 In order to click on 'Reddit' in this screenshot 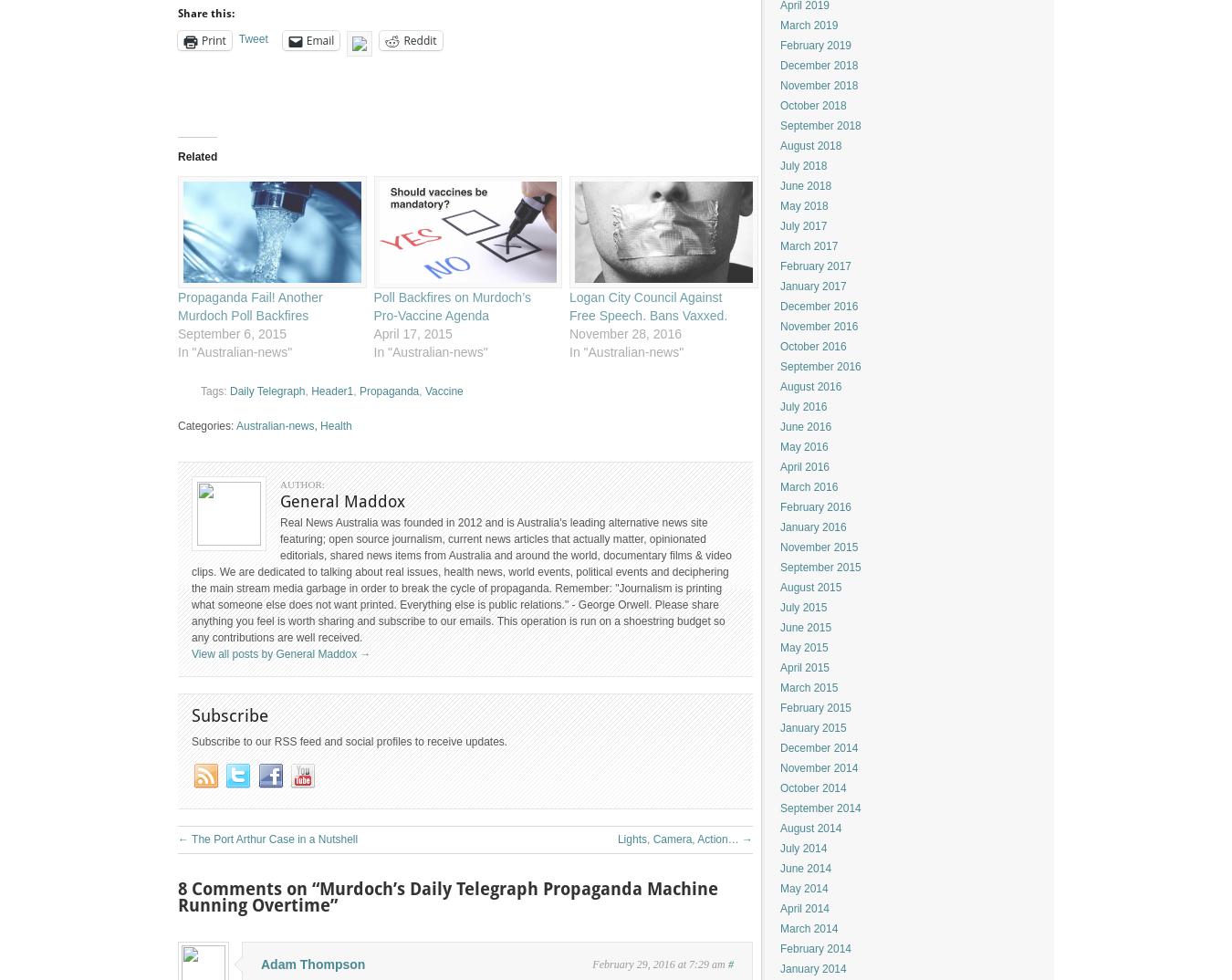, I will do `click(418, 39)`.